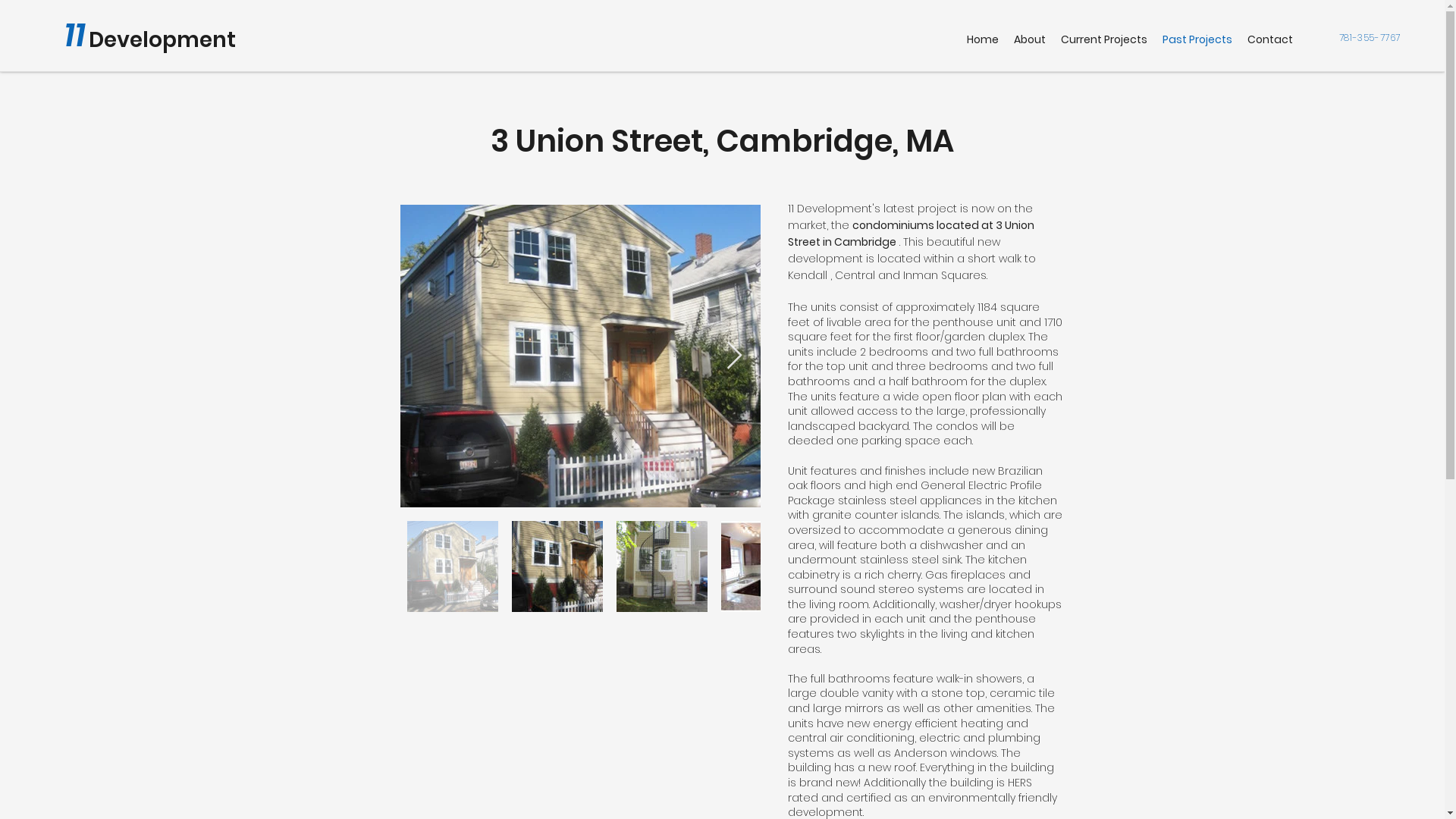 Image resolution: width=1456 pixels, height=819 pixels. What do you see at coordinates (1197, 39) in the screenshot?
I see `'Past Projects'` at bounding box center [1197, 39].